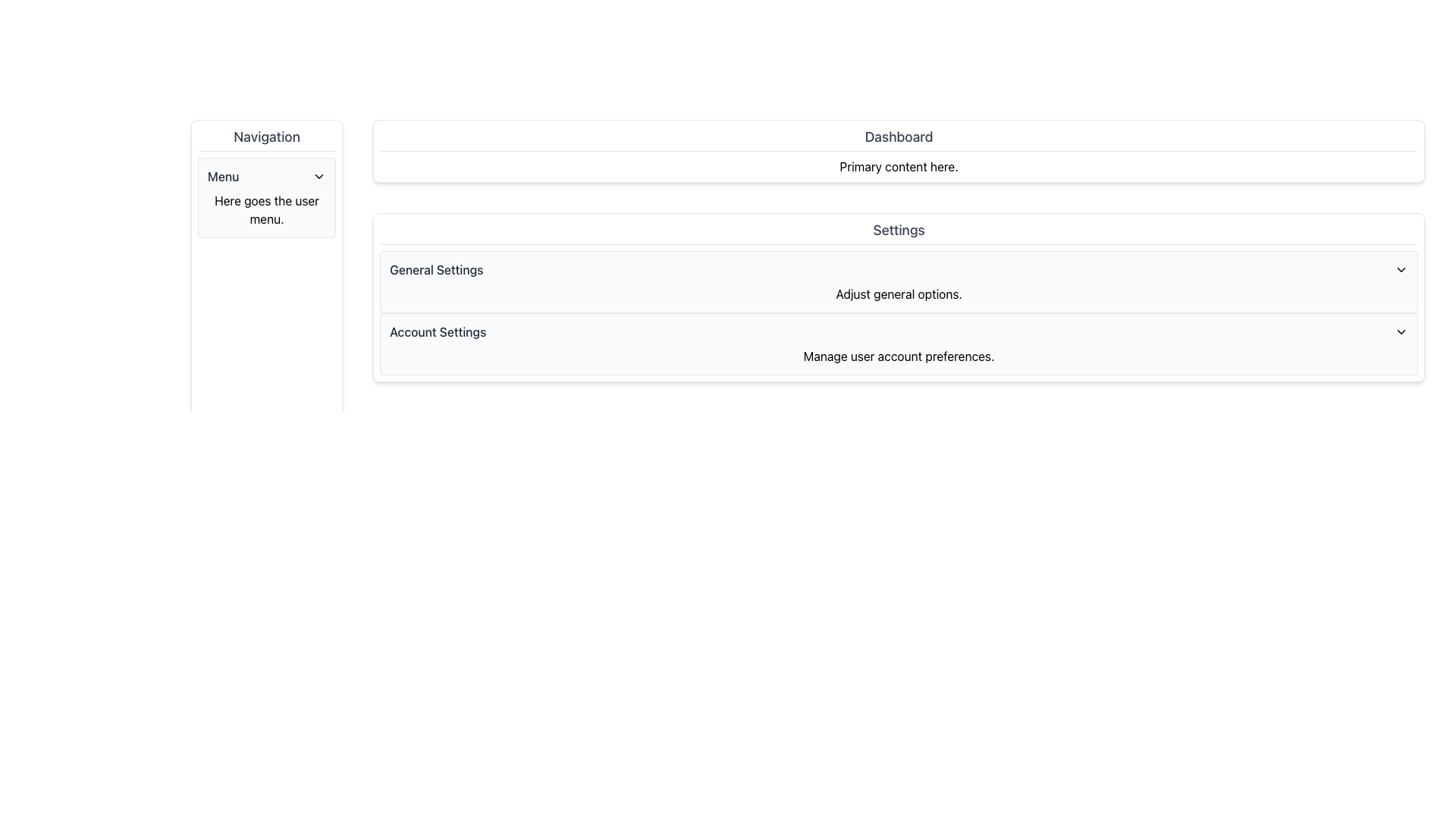  What do you see at coordinates (1401, 331) in the screenshot?
I see `the chevron icon located at the rightmost section of the horizontal layout for 'Account Settings'` at bounding box center [1401, 331].